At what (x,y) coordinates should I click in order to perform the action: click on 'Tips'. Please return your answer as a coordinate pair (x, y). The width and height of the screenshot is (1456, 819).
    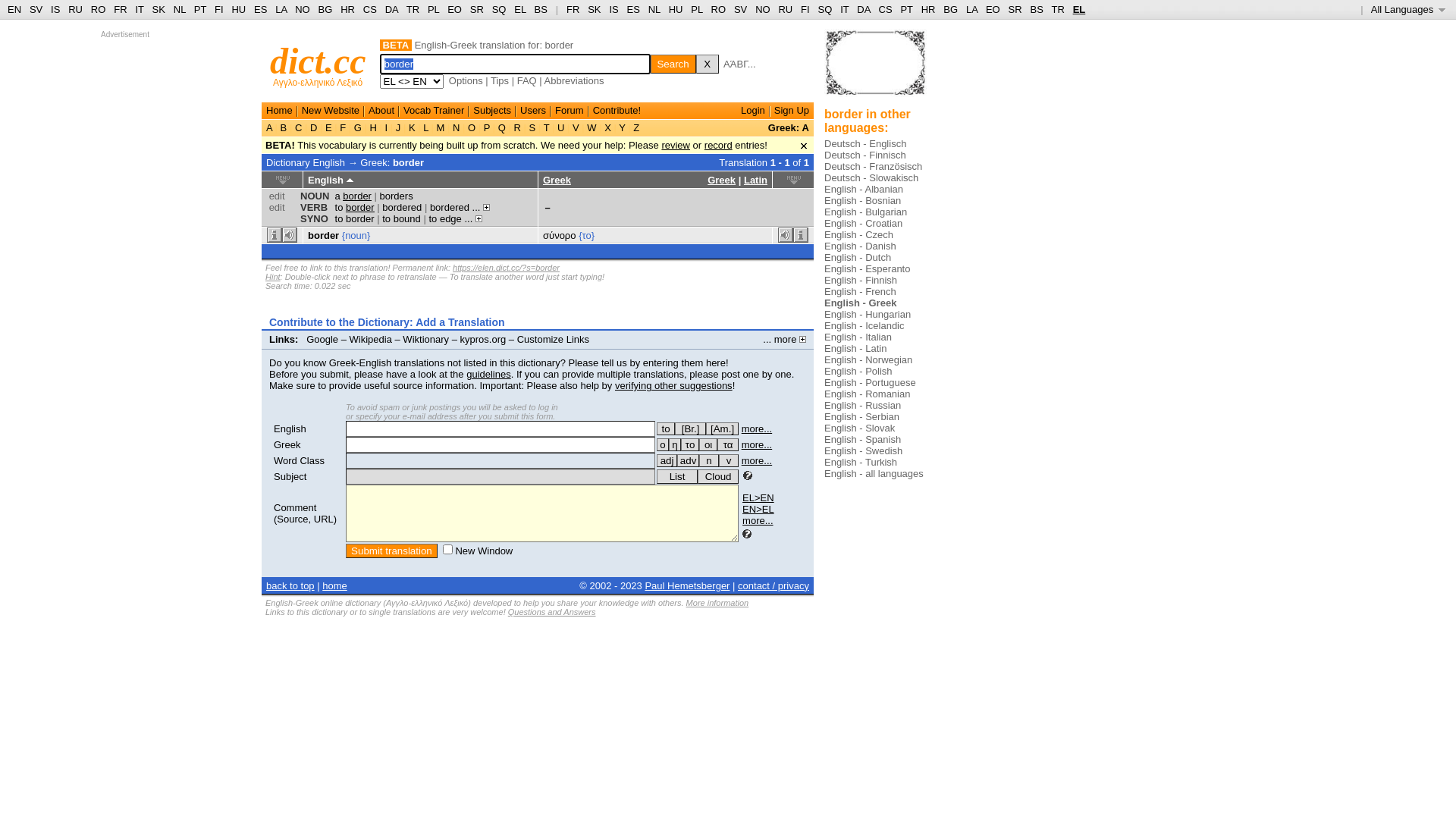
    Looking at the image, I should click on (499, 80).